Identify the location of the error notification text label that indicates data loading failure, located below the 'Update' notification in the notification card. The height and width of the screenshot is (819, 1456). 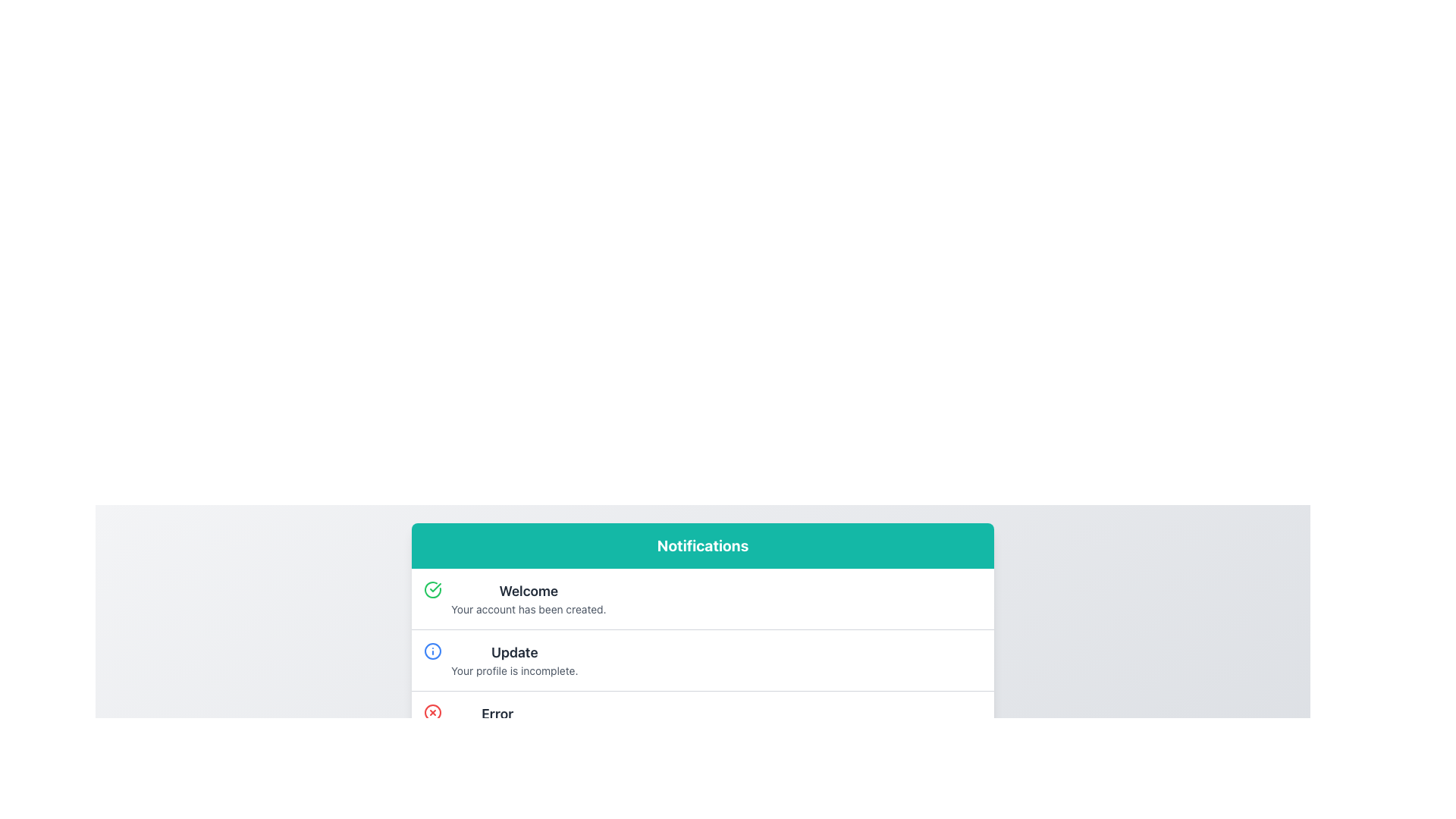
(497, 721).